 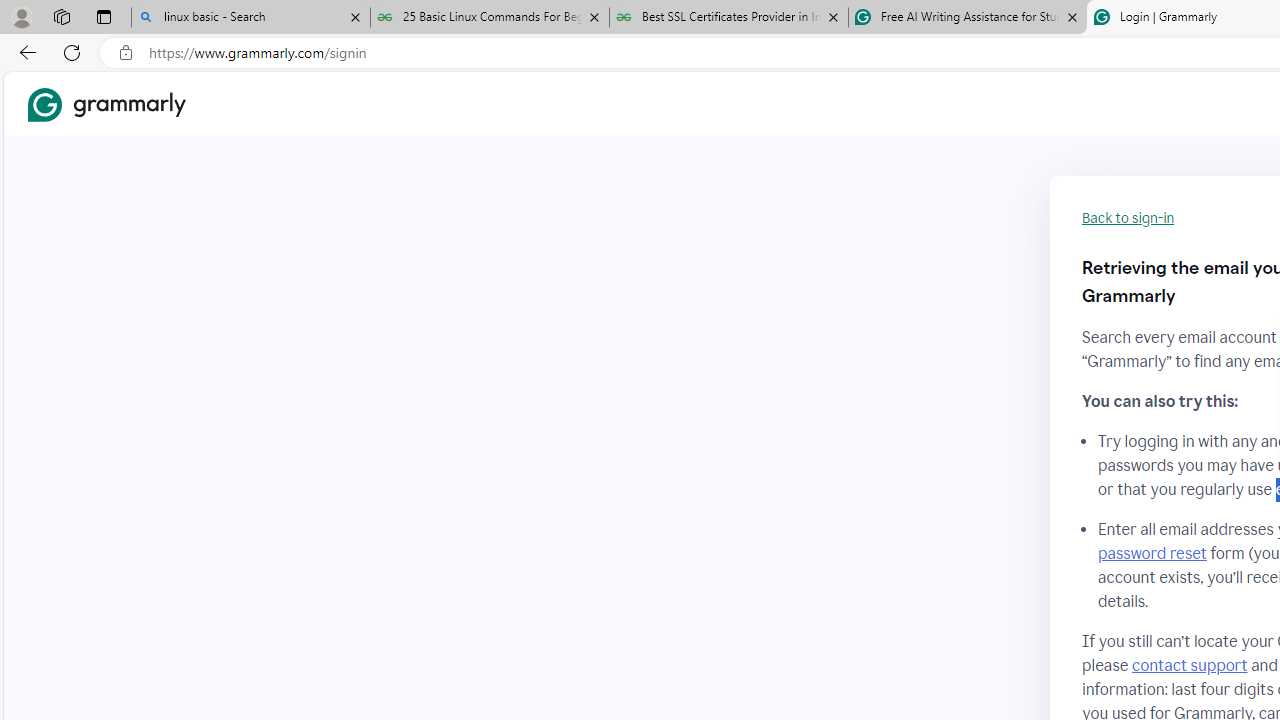 I want to click on 'Grammarly Home', so click(x=105, y=104).